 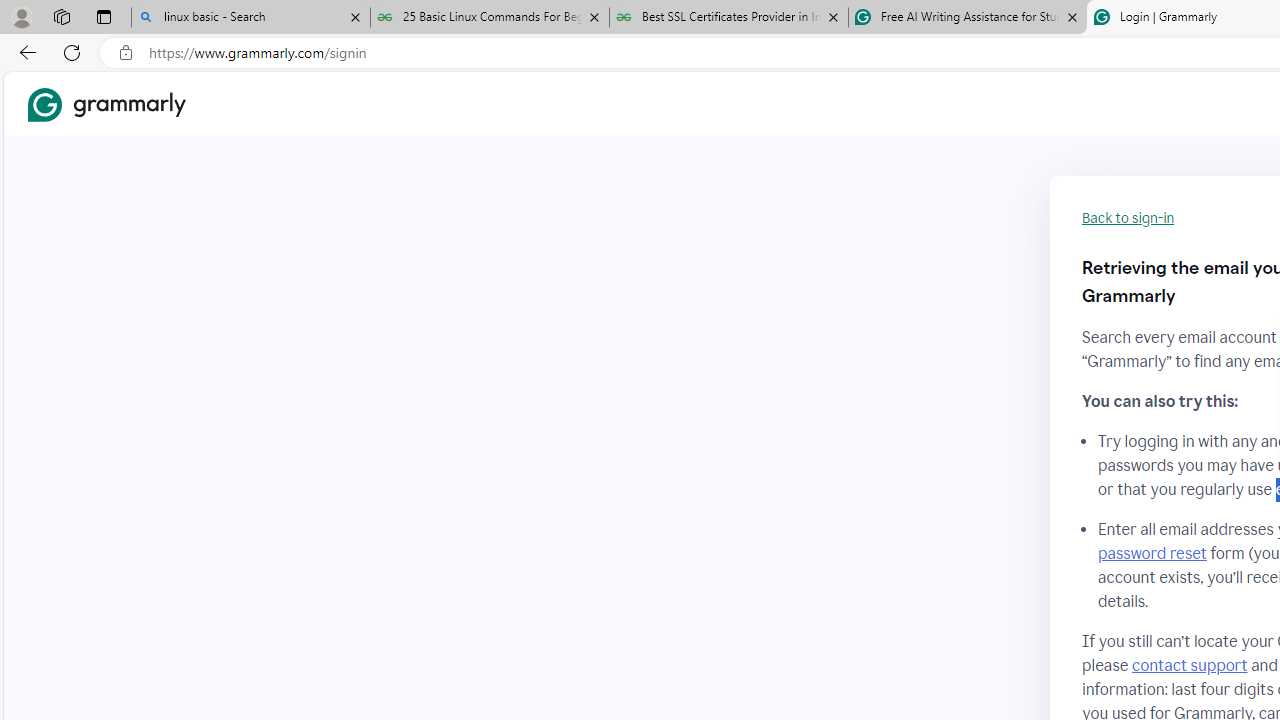 I want to click on 'Grammarly Home', so click(x=105, y=104).